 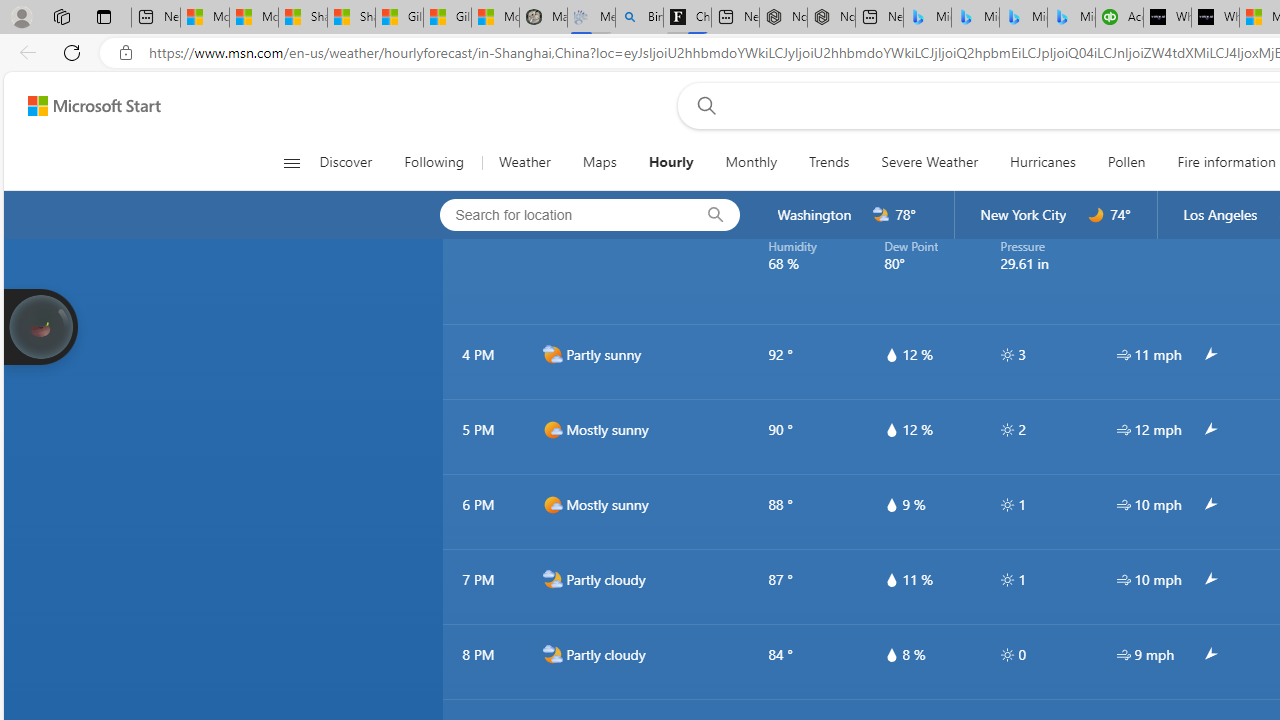 I want to click on 'Search for location', so click(x=560, y=214).